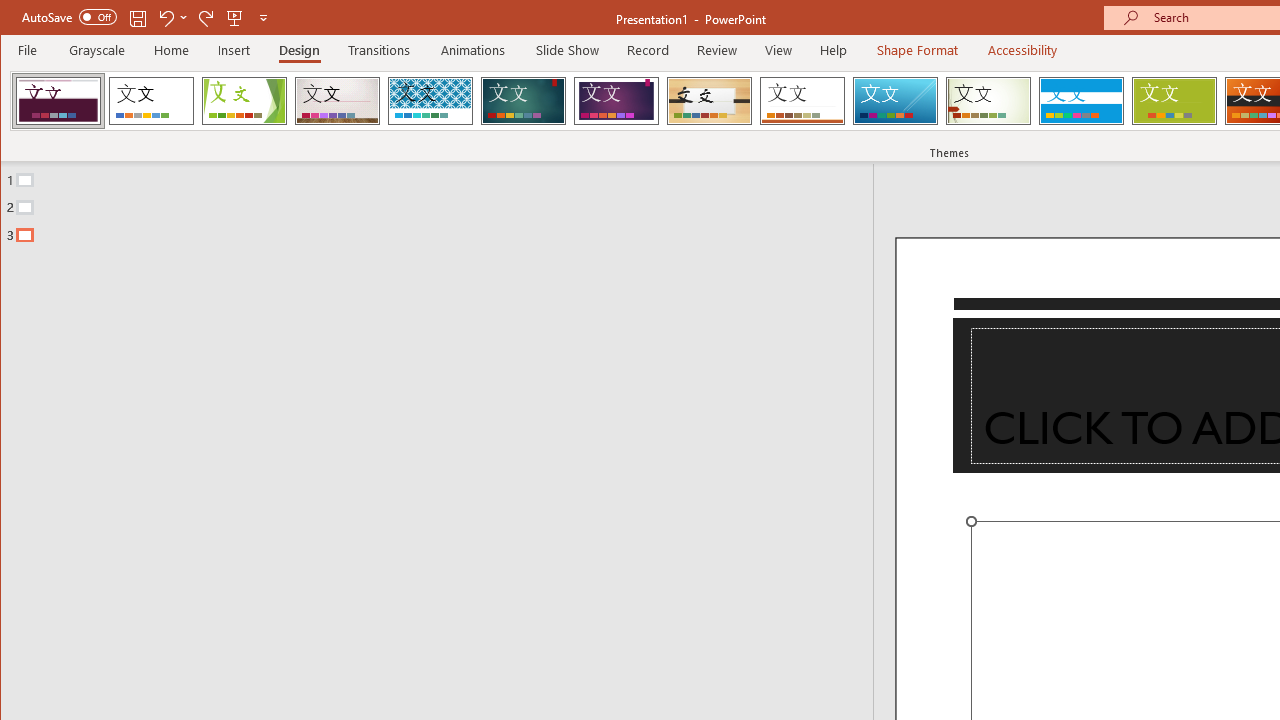 This screenshot has width=1280, height=720. What do you see at coordinates (615, 100) in the screenshot?
I see `'Ion Boardroom'` at bounding box center [615, 100].